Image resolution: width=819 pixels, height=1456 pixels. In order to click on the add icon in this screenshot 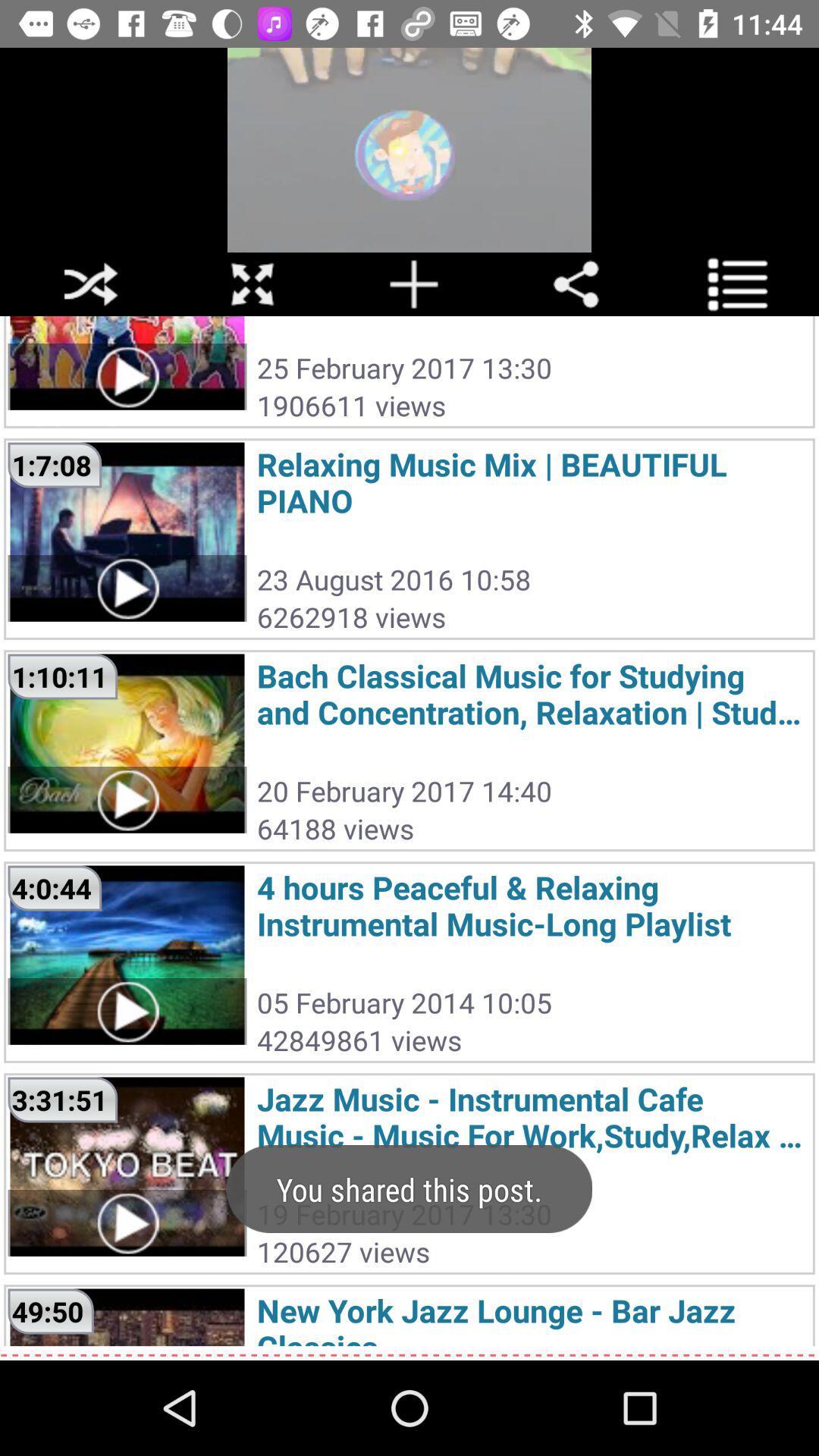, I will do `click(414, 284)`.